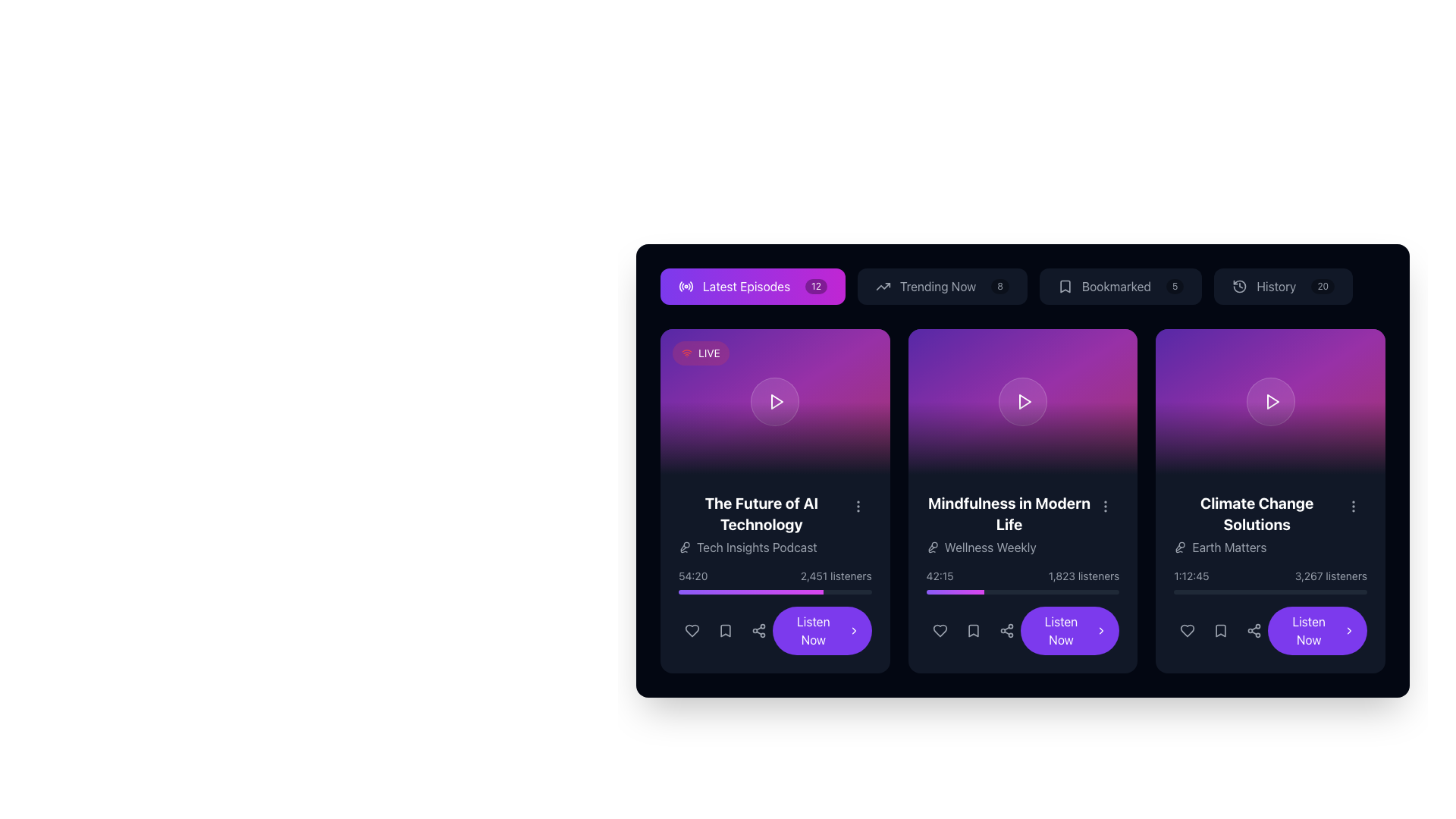 Image resolution: width=1456 pixels, height=819 pixels. I want to click on the 'Trending Now' navigation button, which features a count badge indicating '8', so click(1022, 287).